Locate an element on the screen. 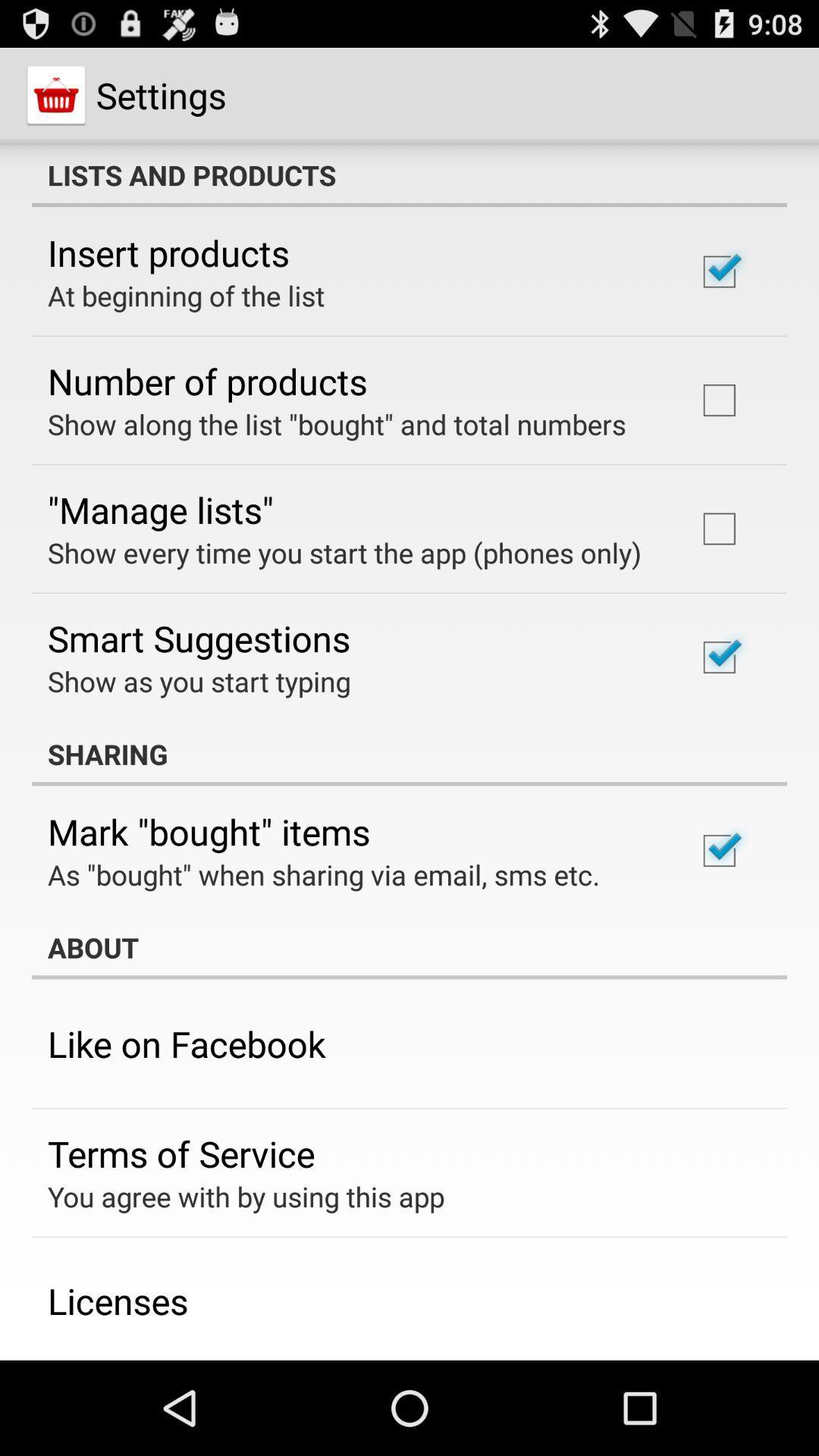  the as bought when icon is located at coordinates (323, 874).